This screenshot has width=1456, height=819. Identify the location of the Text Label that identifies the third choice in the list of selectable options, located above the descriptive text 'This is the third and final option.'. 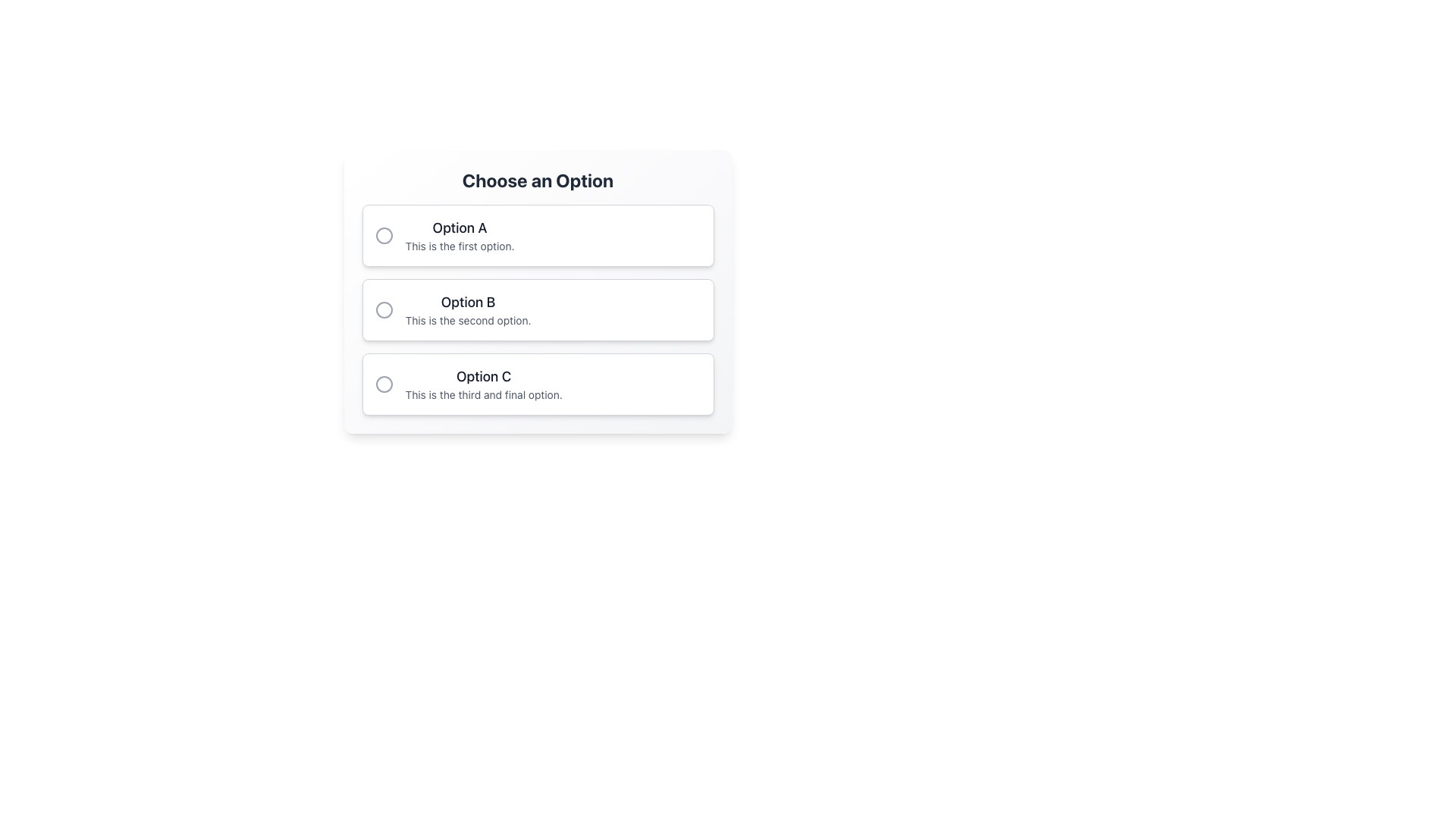
(483, 376).